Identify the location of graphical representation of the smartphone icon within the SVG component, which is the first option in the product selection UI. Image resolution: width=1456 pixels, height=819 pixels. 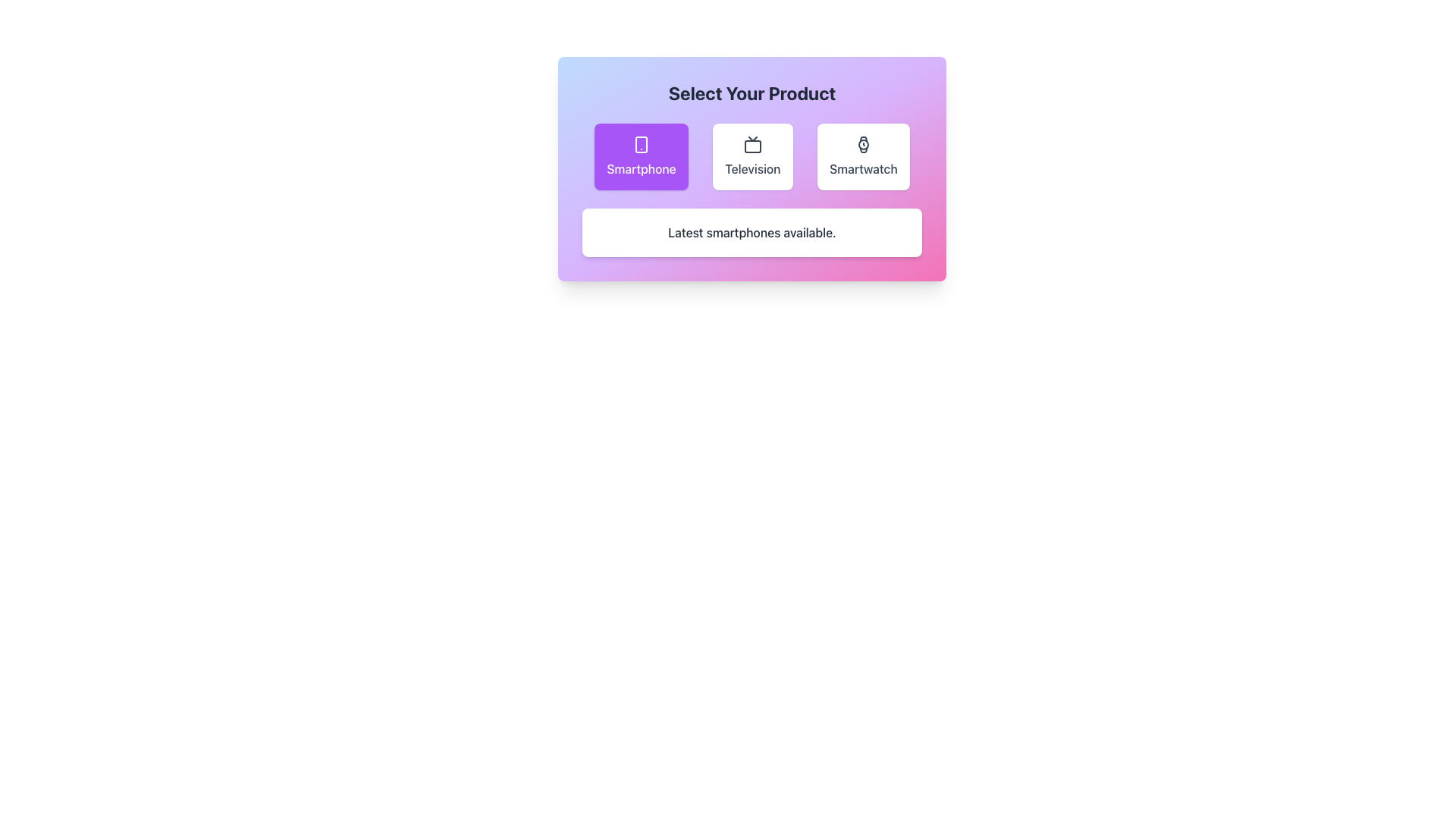
(641, 145).